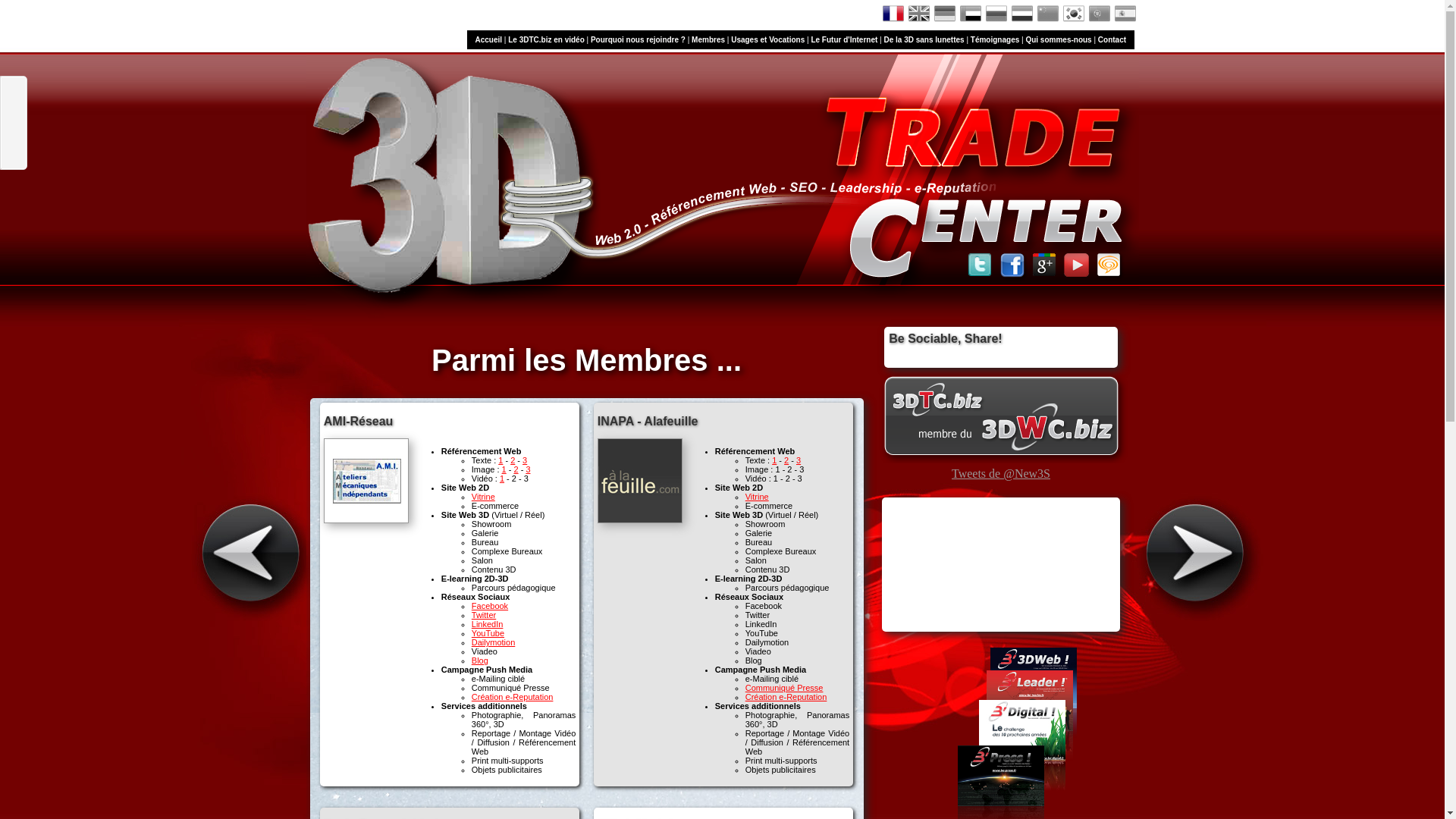 The width and height of the screenshot is (1456, 819). What do you see at coordinates (767, 39) in the screenshot?
I see `'Usages et Vocations'` at bounding box center [767, 39].